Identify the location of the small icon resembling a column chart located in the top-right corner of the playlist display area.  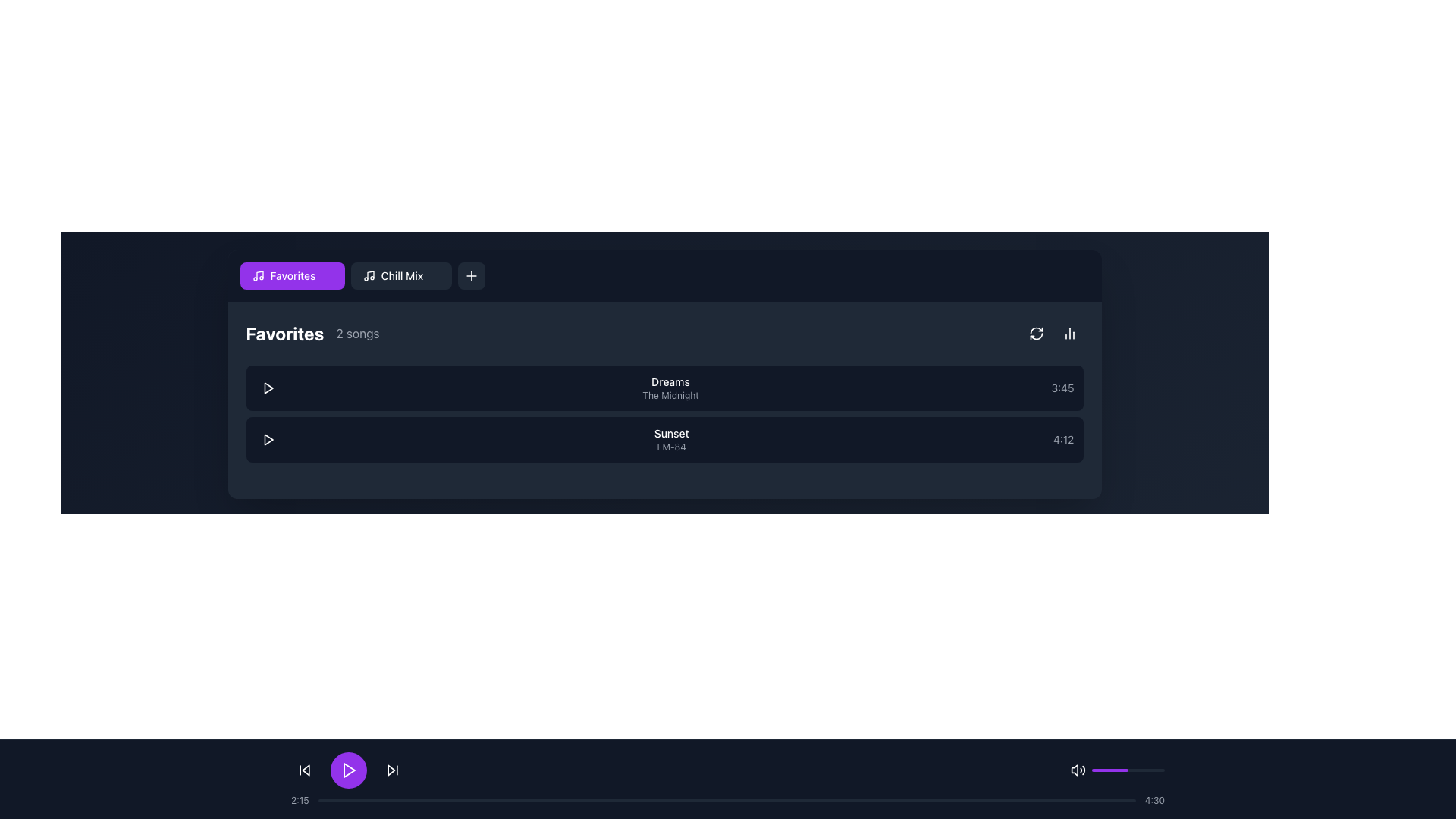
(1068, 332).